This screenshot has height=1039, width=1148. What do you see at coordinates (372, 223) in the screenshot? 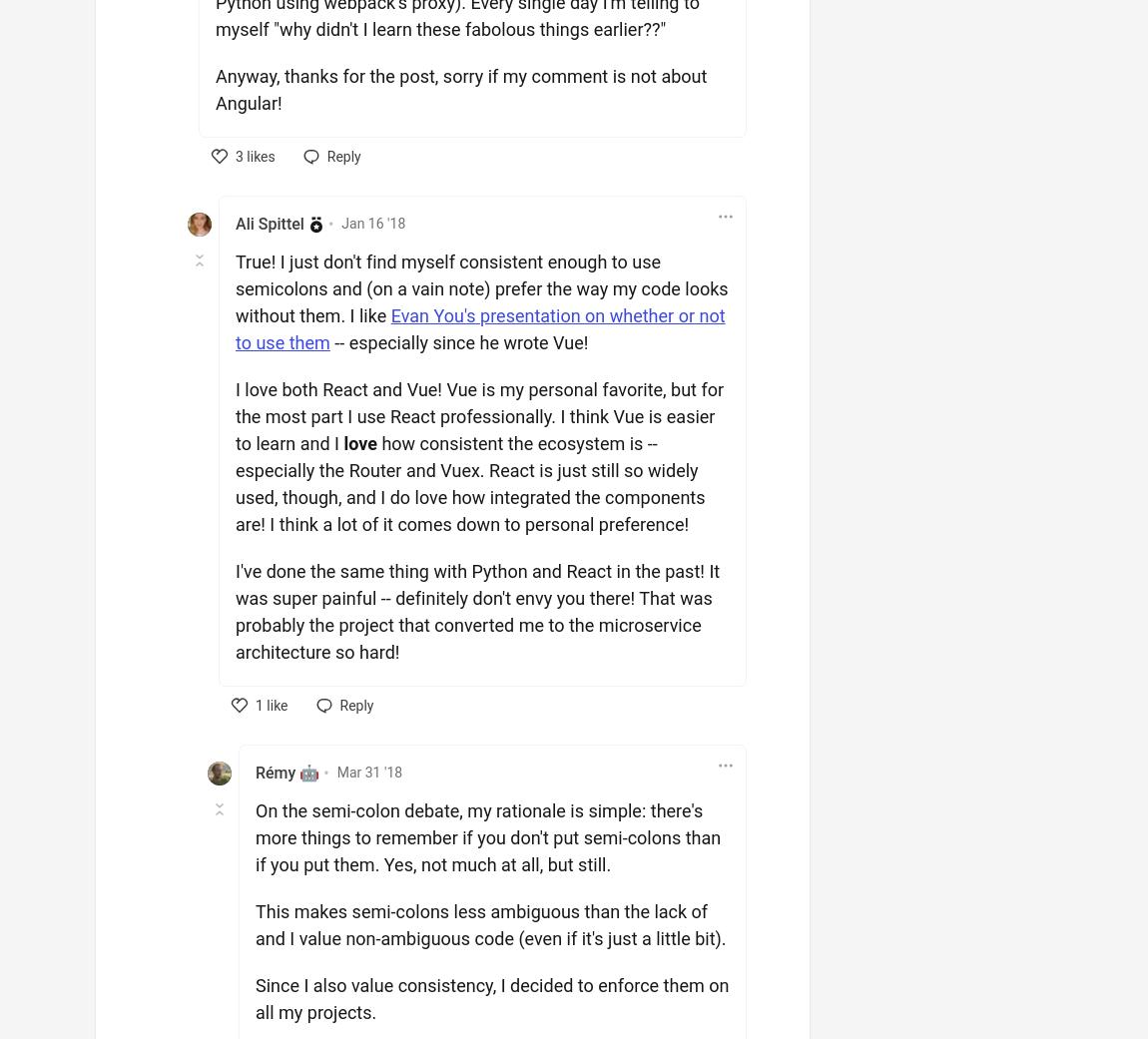
I see `'Jan 16 '18'` at bounding box center [372, 223].